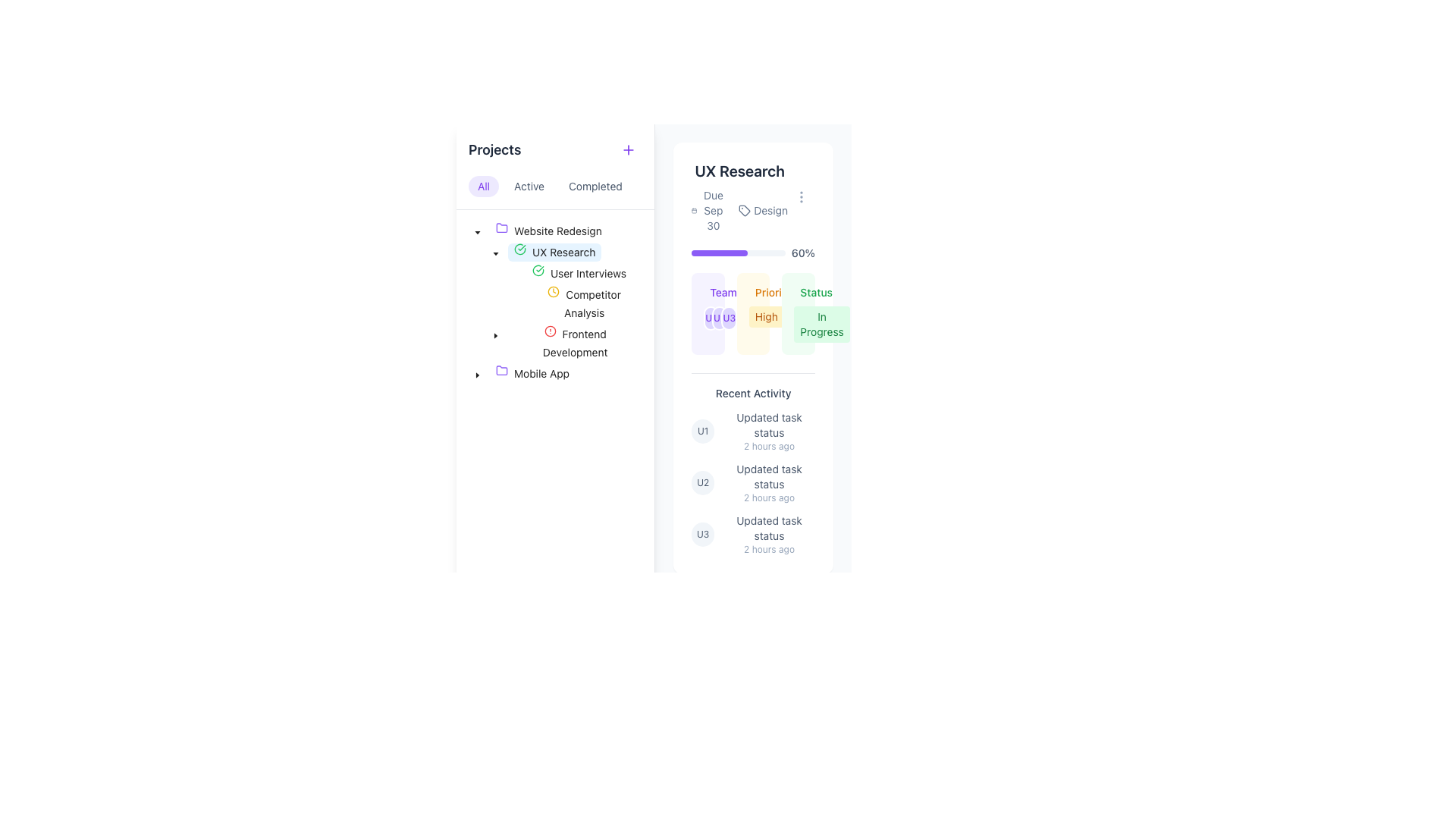 This screenshot has width=1456, height=819. Describe the element at coordinates (557, 231) in the screenshot. I see `the text label 'Website Redesign' in the hierarchical tree view` at that location.